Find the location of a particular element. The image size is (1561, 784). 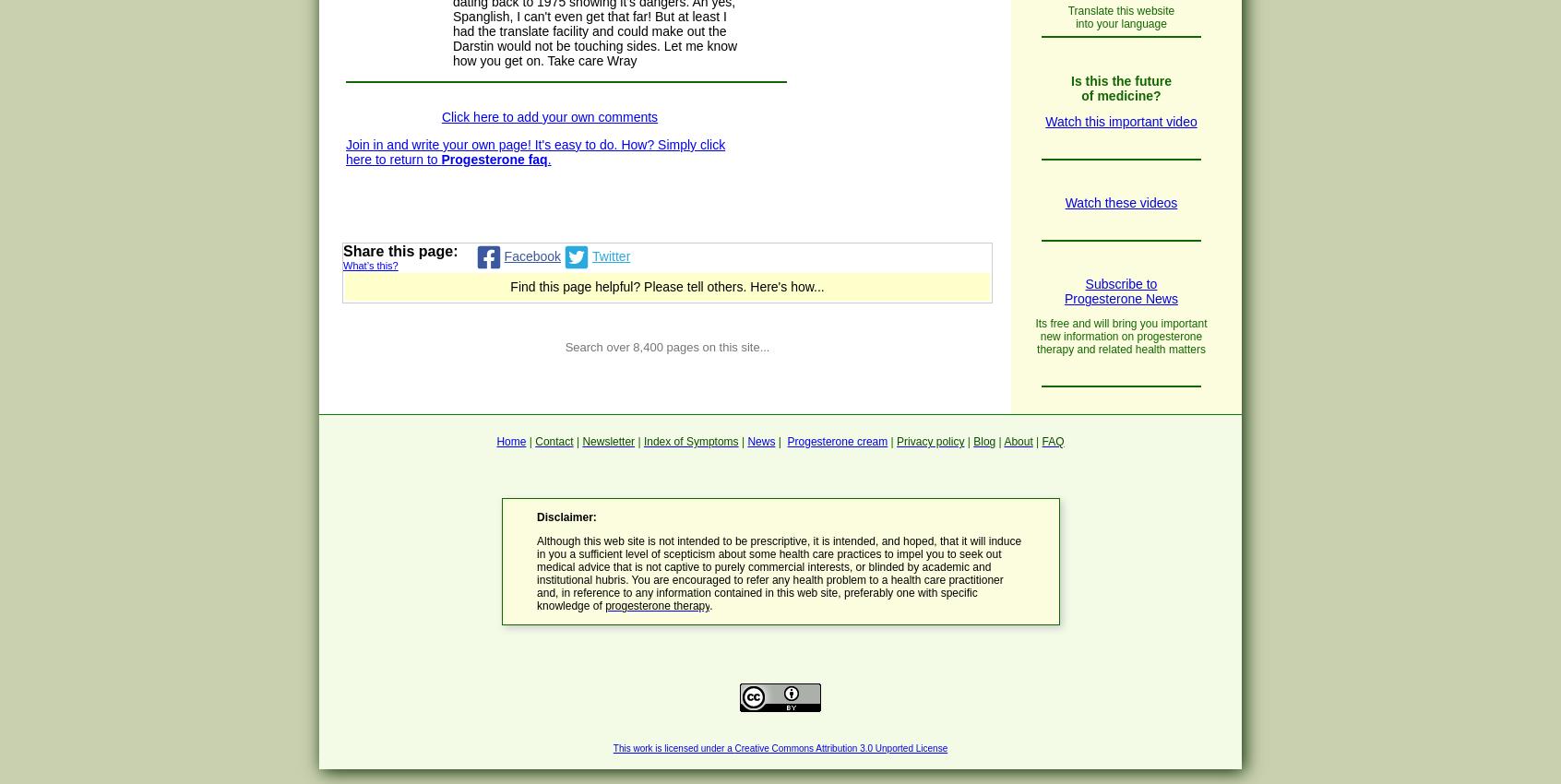

'Contact' is located at coordinates (553, 441).